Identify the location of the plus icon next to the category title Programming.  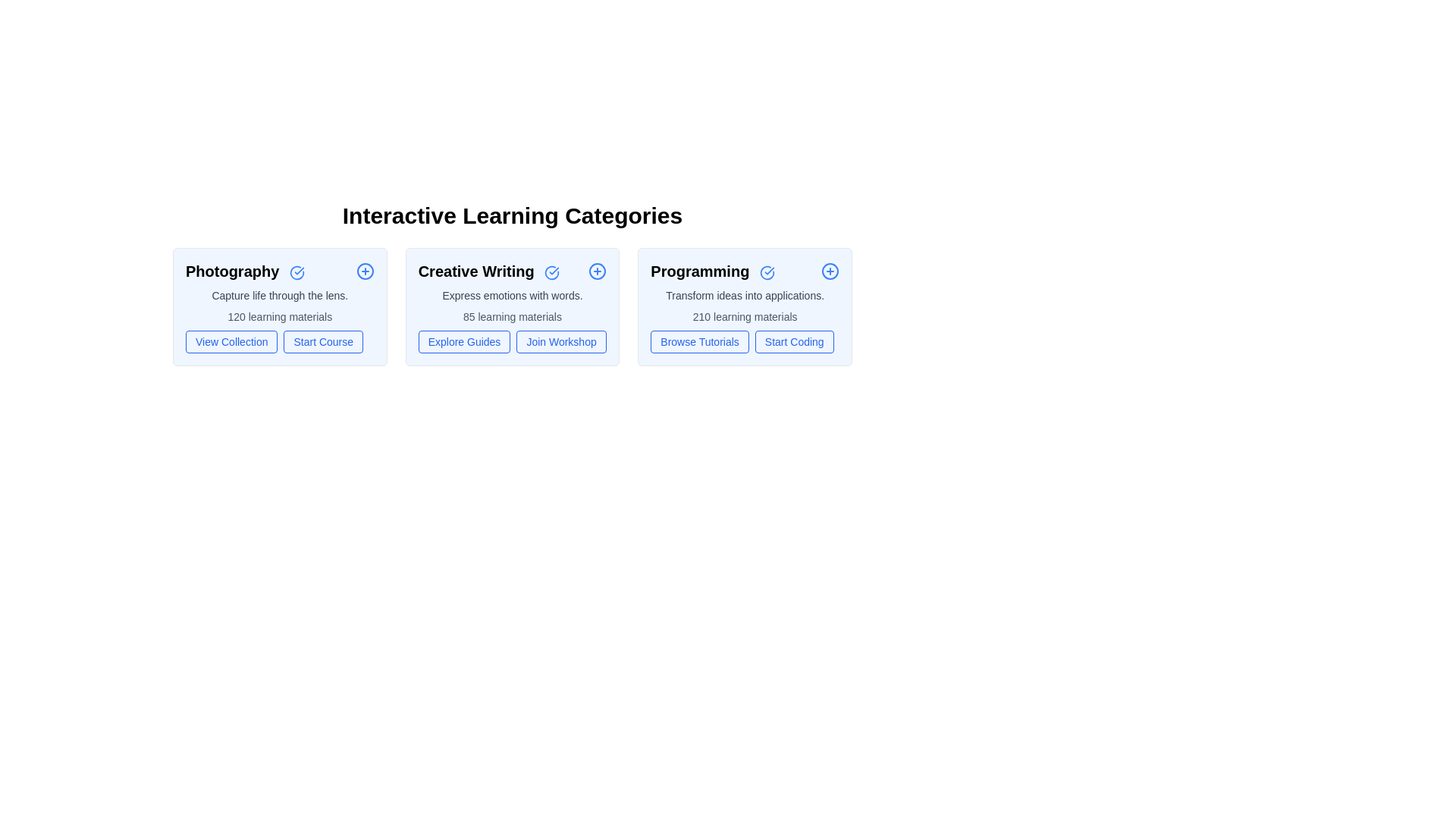
(829, 271).